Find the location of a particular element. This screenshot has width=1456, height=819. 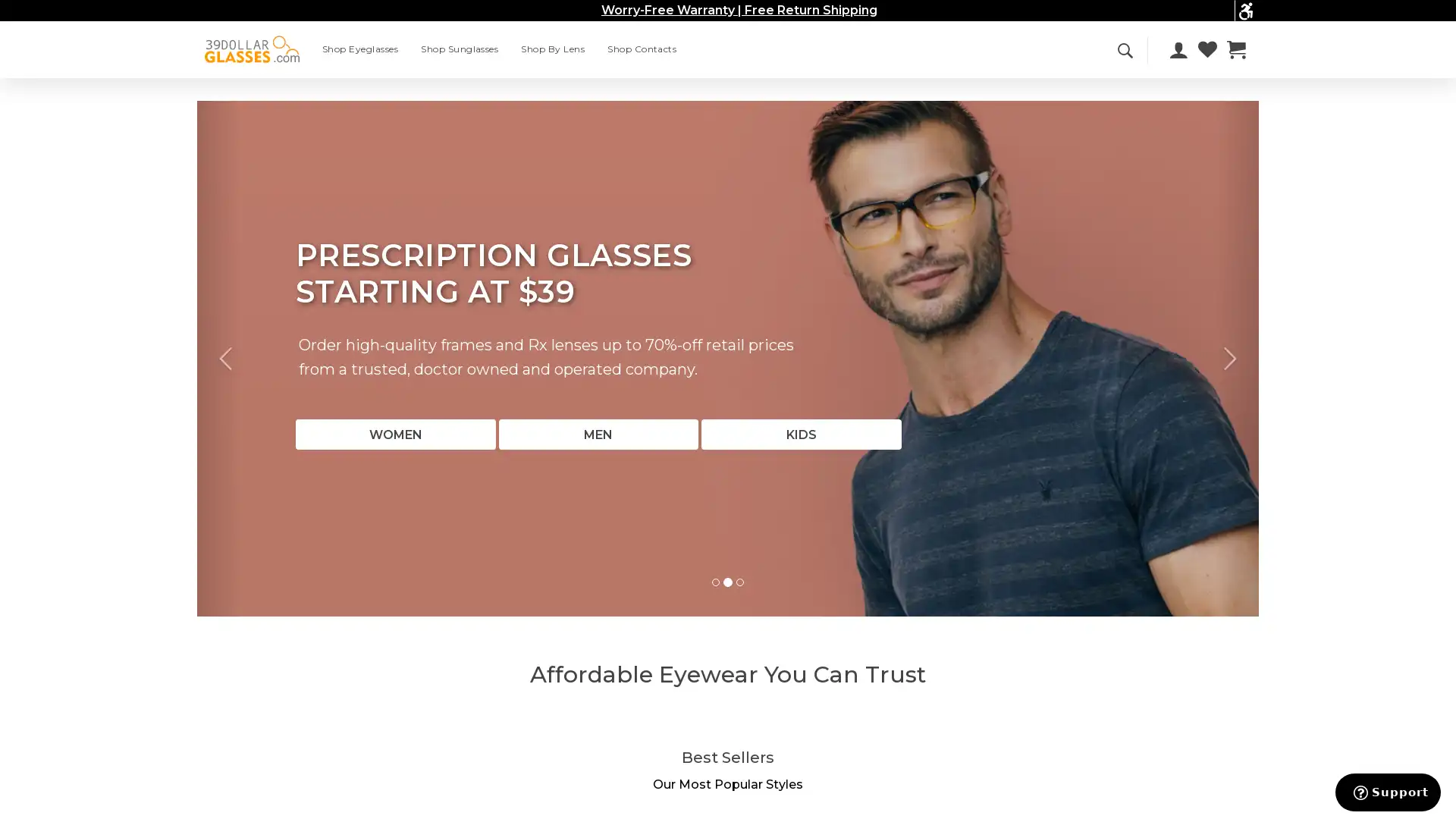

Next is located at coordinates (1238, 359).